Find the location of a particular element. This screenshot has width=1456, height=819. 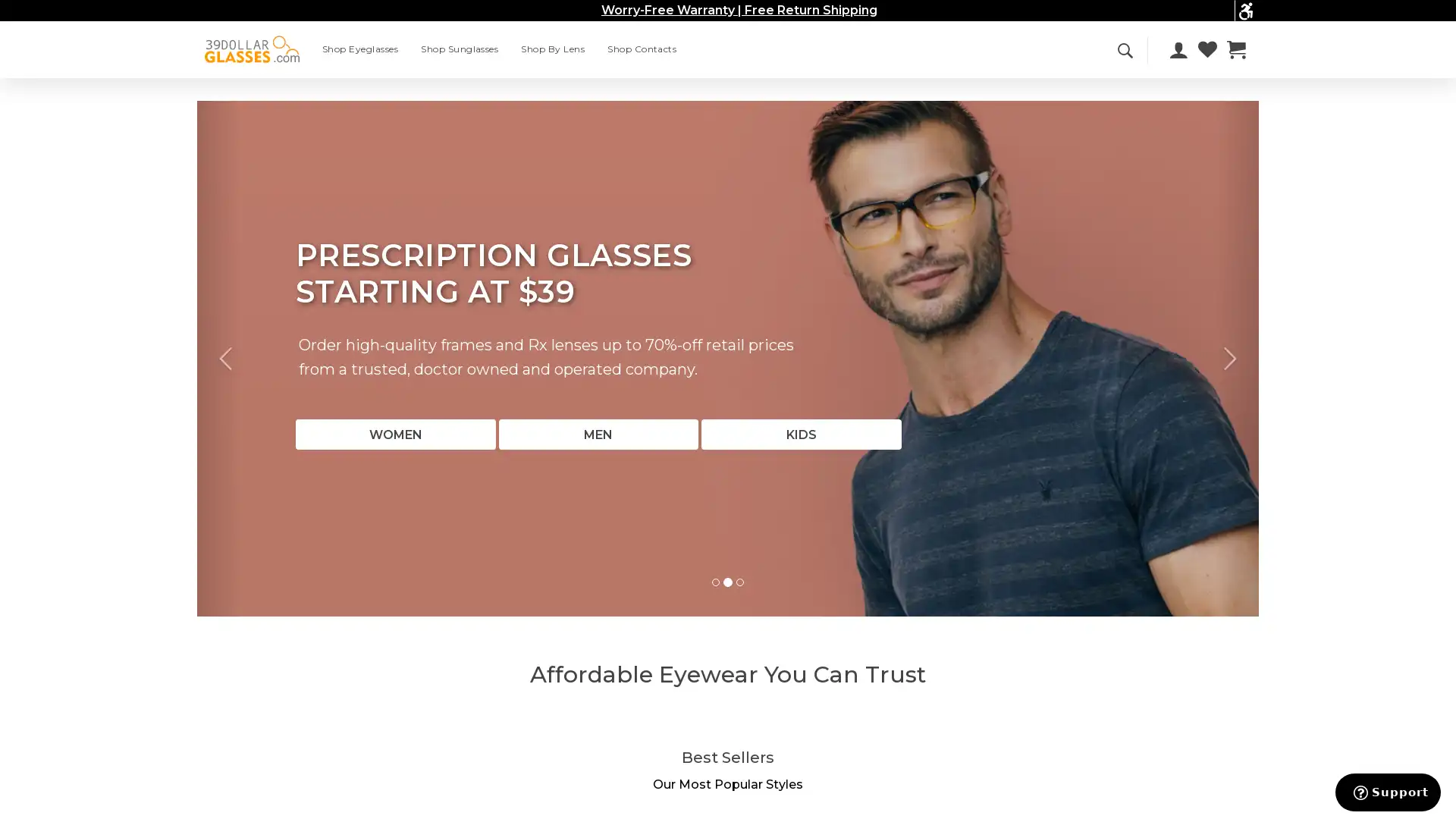

Next is located at coordinates (1238, 359).